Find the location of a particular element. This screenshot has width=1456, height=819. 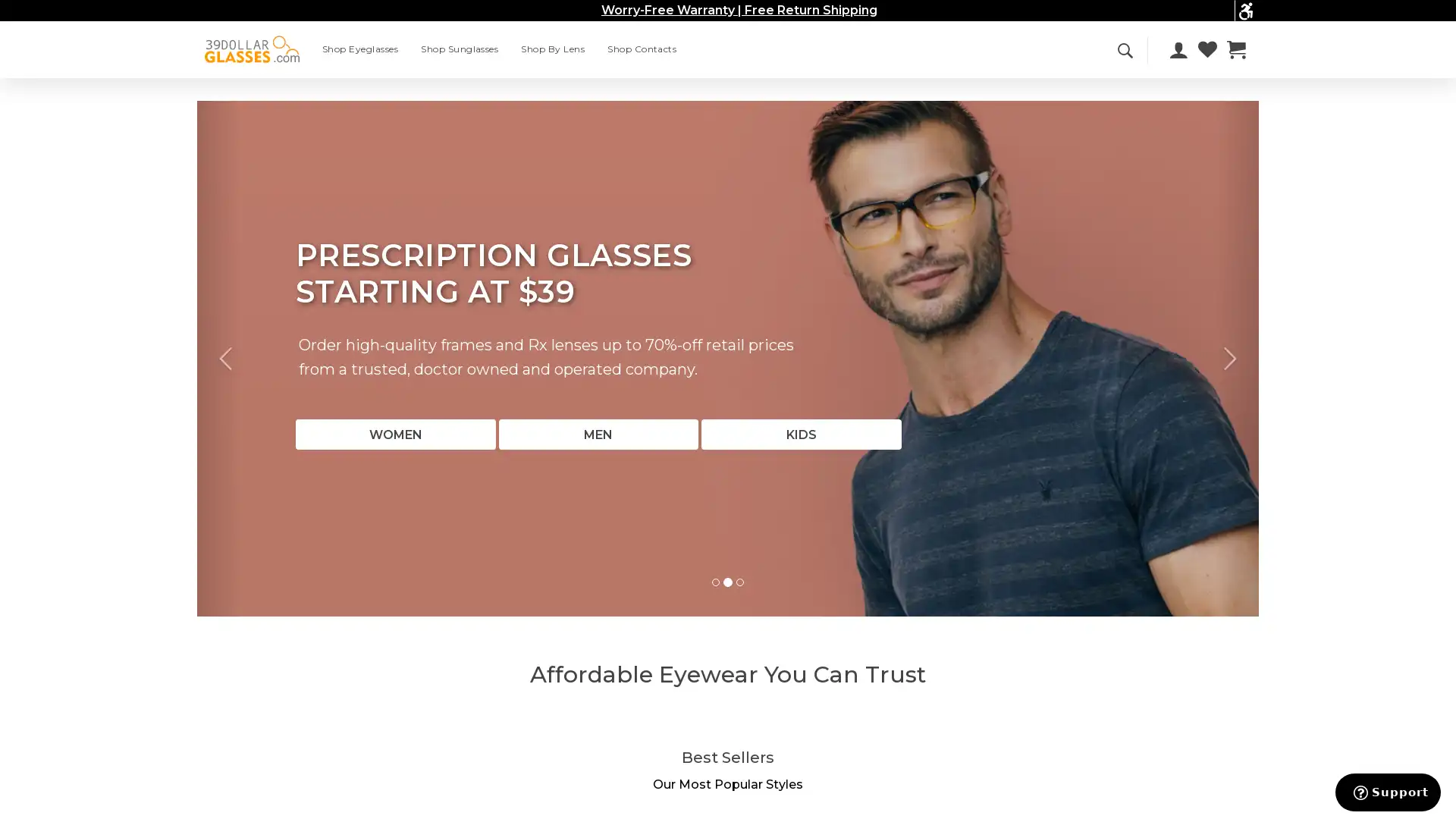

Next is located at coordinates (1238, 359).